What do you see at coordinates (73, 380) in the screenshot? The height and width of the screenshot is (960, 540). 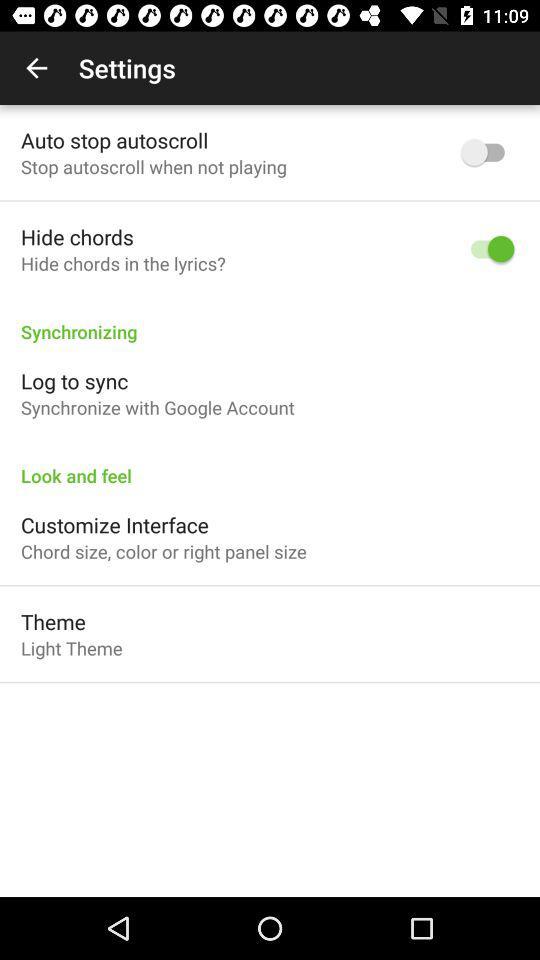 I see `log to sync icon` at bounding box center [73, 380].